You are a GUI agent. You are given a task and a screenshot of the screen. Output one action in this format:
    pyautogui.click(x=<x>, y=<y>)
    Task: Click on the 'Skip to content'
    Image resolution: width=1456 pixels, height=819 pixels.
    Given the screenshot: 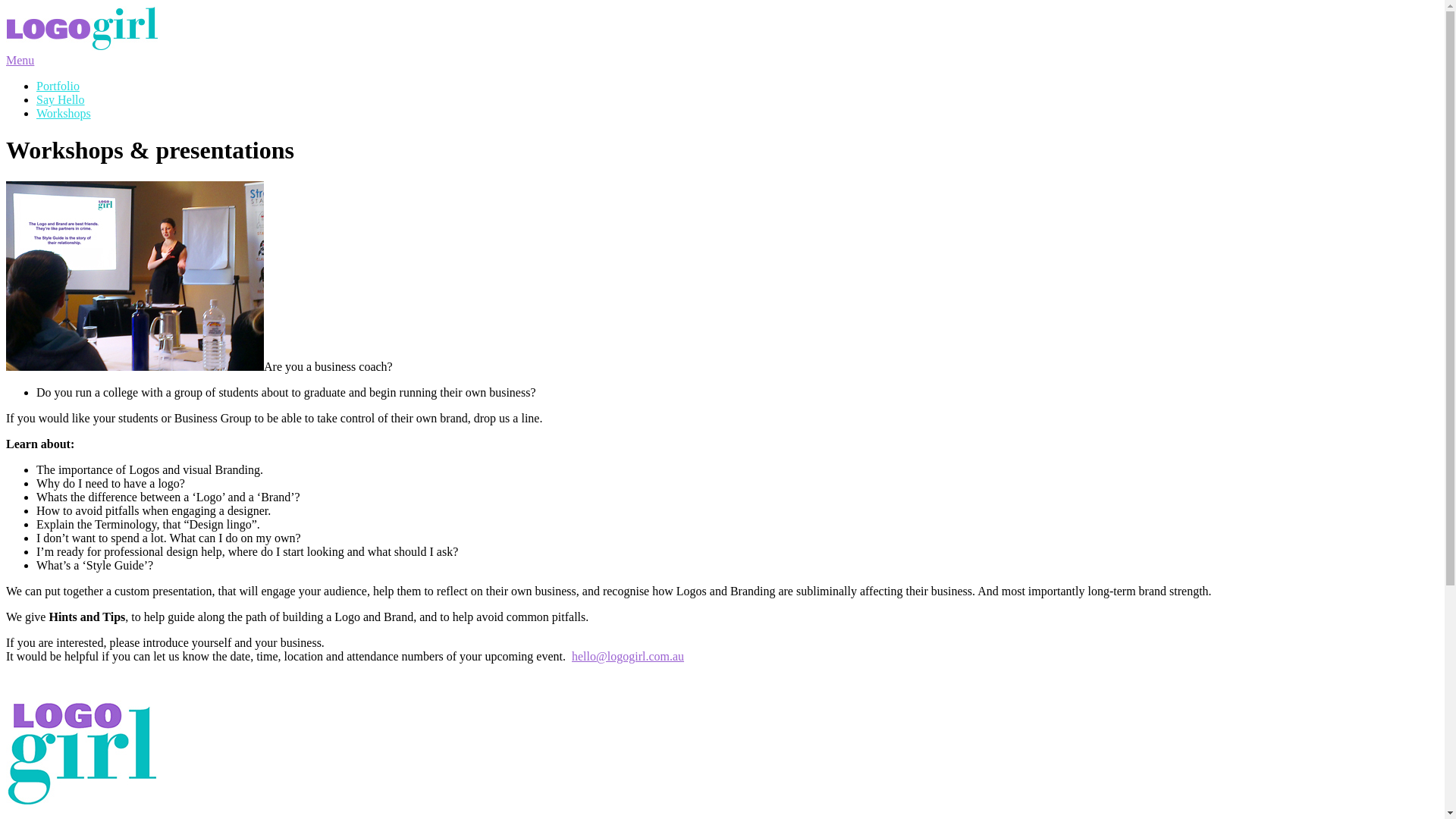 What is the action you would take?
    pyautogui.click(x=5, y=5)
    